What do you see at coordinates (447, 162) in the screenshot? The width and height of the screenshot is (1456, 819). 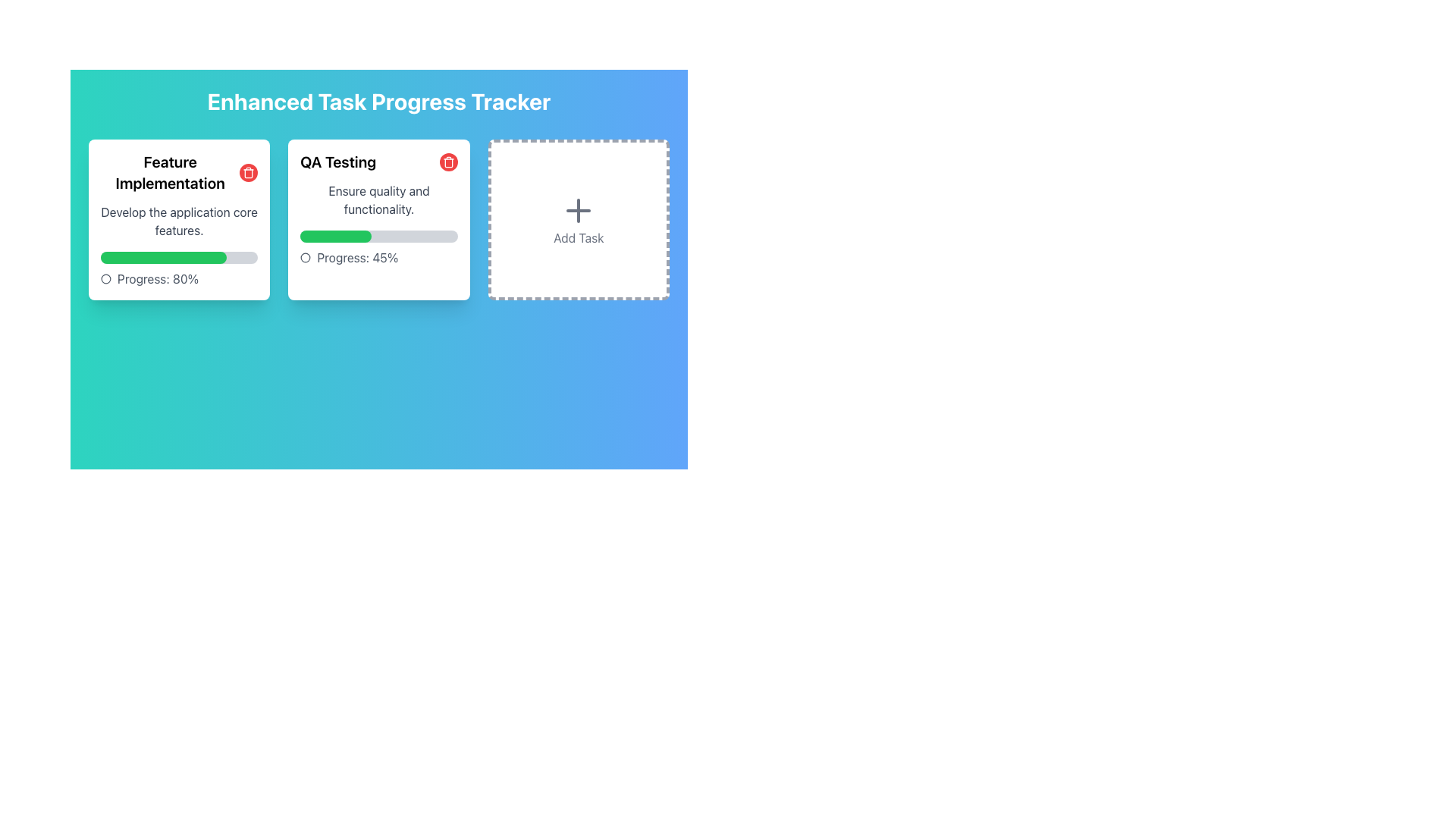 I see `the delete button in the top-right corner of the 'QA Testing' task card` at bounding box center [447, 162].